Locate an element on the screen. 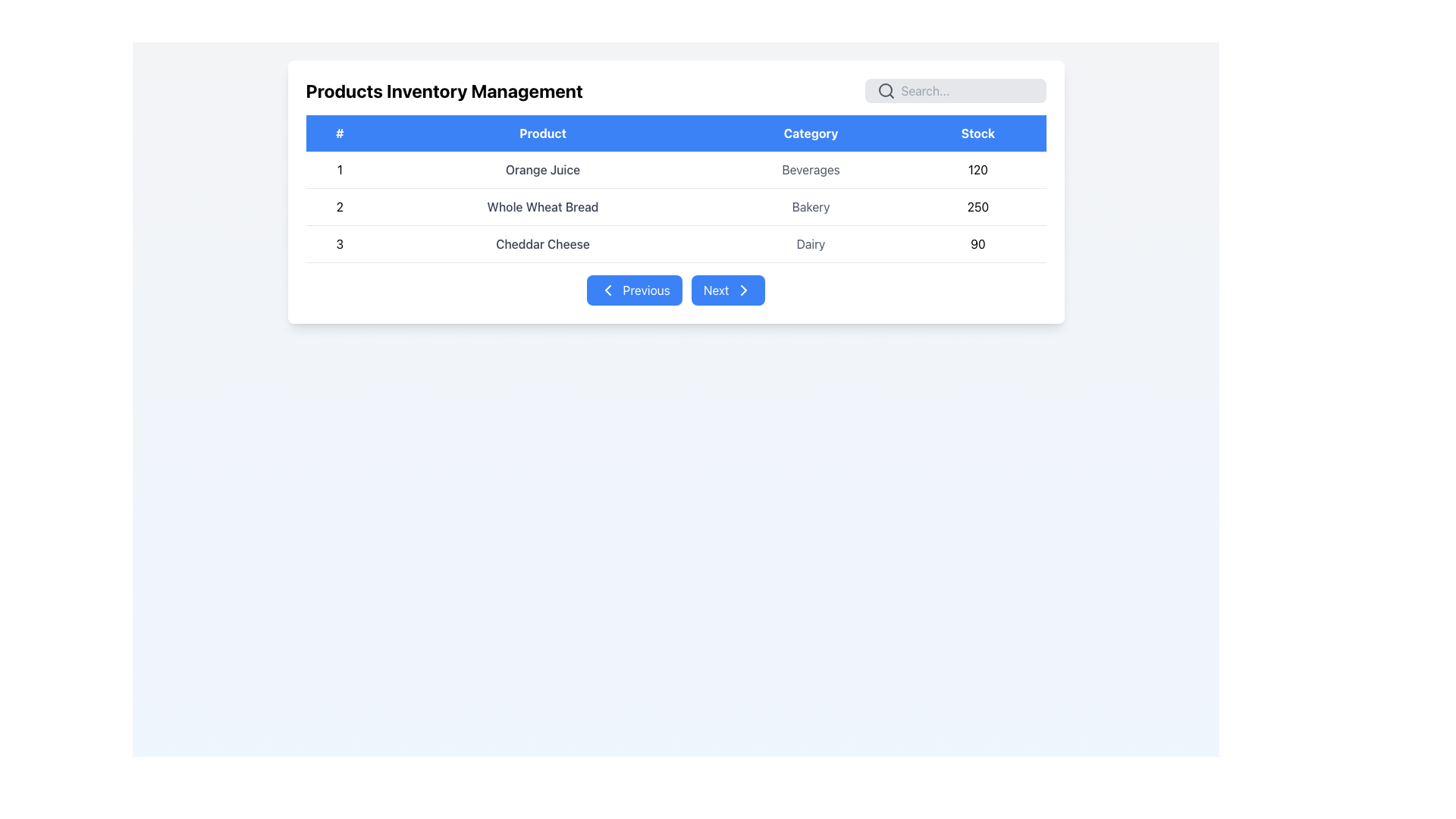  the header cell labeled 'Category' is located at coordinates (810, 133).